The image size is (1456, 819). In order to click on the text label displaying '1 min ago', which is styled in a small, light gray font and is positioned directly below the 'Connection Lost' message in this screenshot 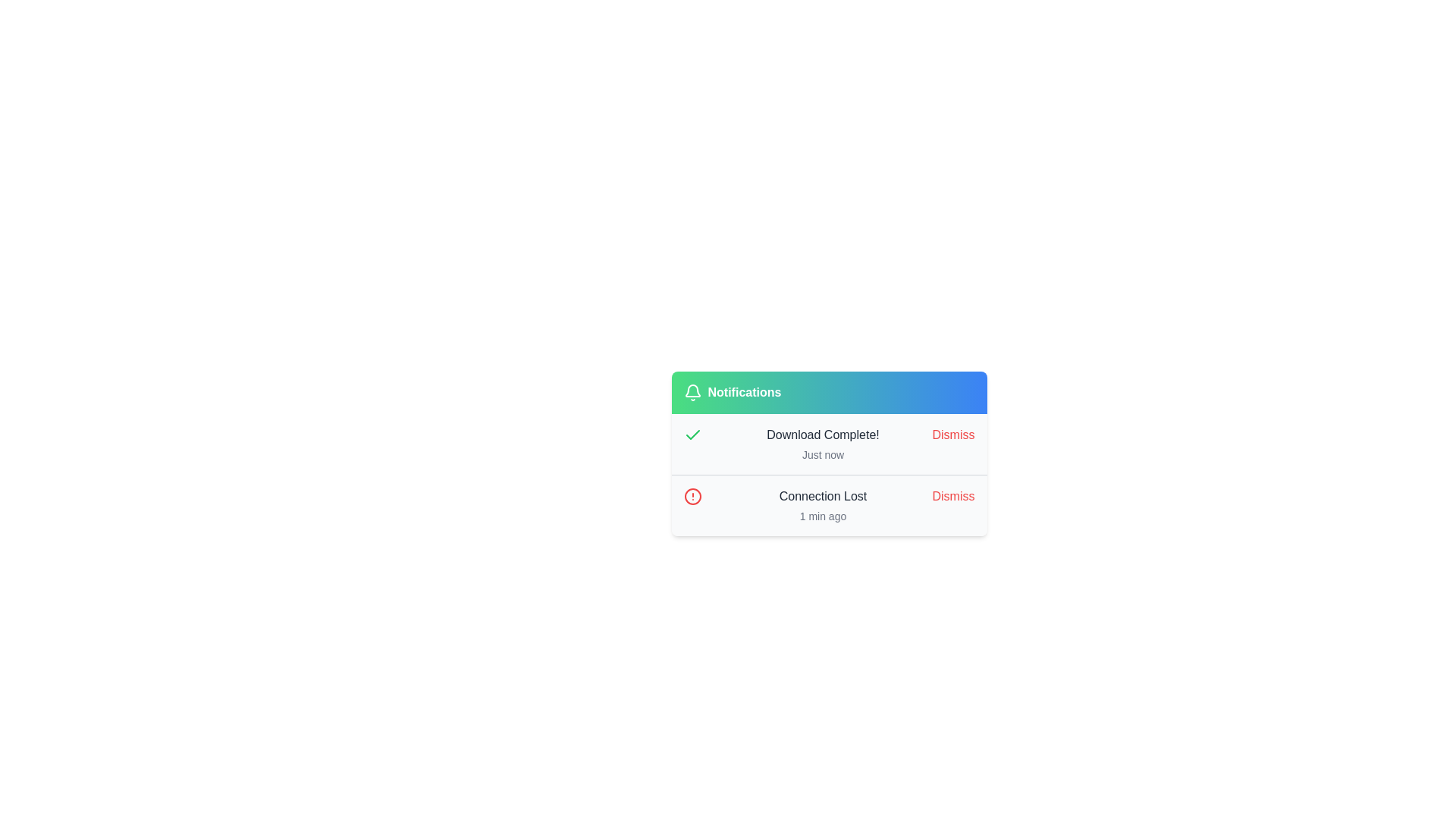, I will do `click(822, 516)`.